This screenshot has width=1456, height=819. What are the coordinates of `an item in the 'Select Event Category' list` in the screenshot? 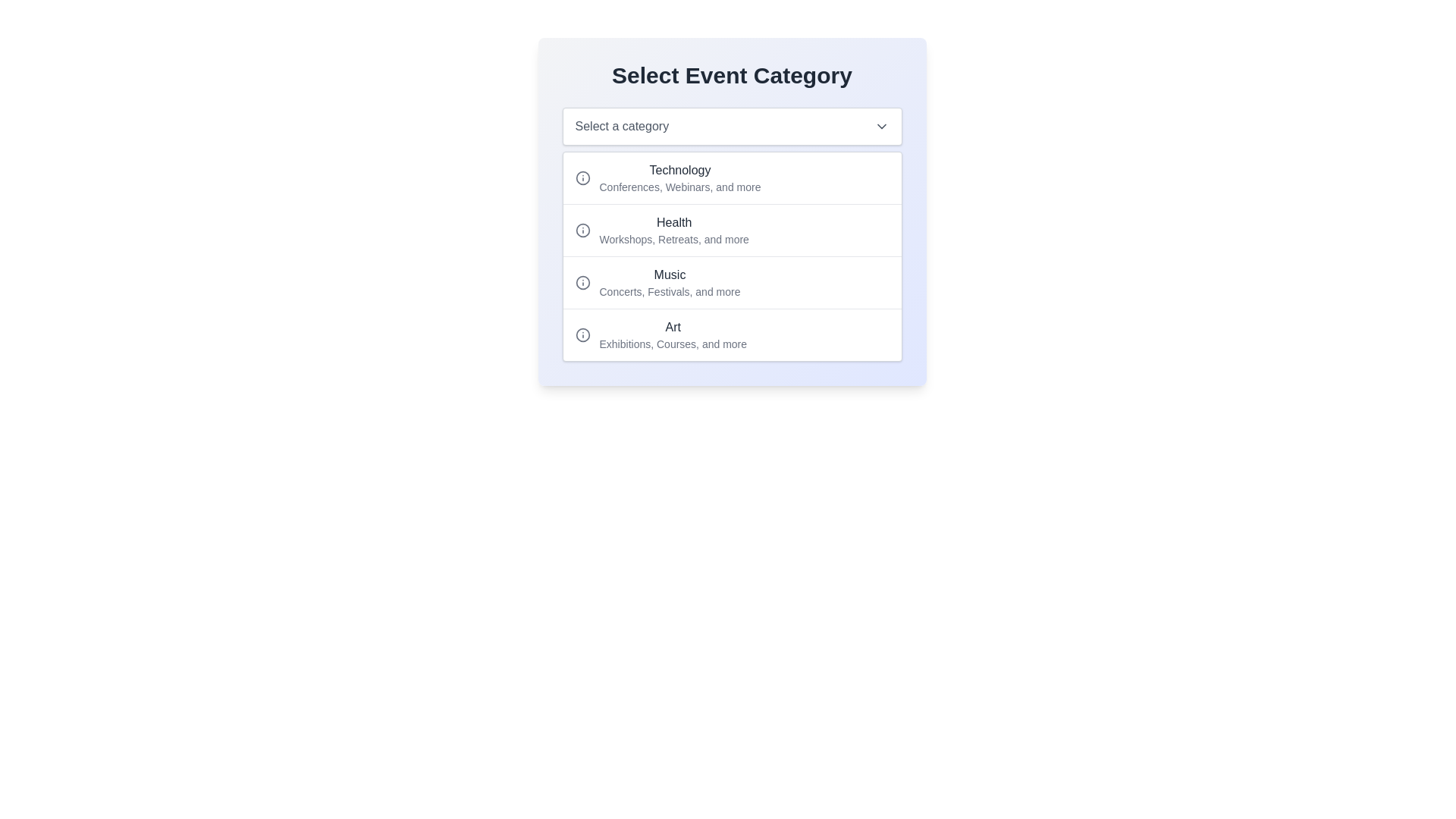 It's located at (732, 256).